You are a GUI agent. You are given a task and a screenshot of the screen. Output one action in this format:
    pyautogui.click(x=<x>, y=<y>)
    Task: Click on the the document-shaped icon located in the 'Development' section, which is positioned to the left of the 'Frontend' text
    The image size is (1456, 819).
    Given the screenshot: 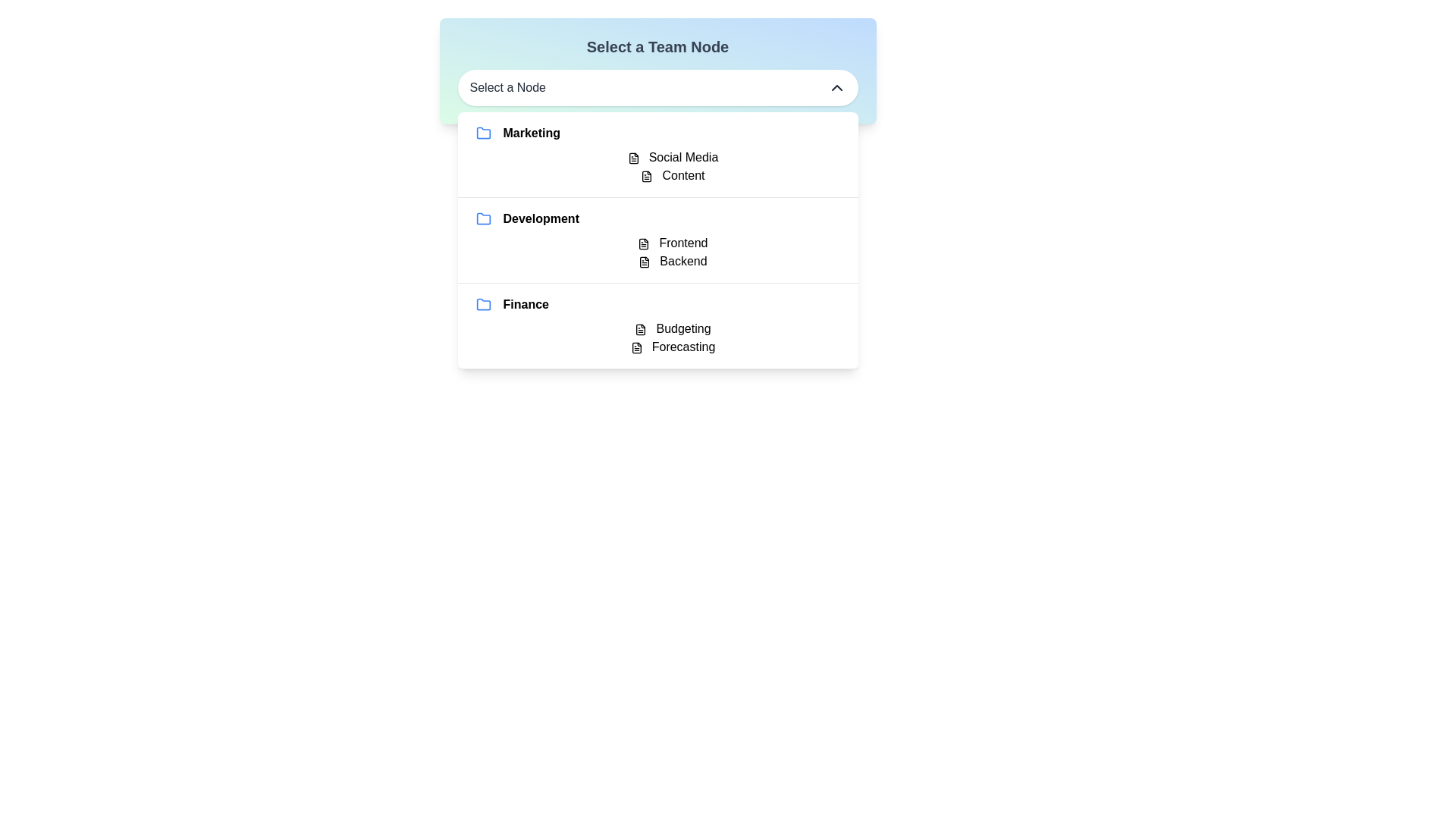 What is the action you would take?
    pyautogui.click(x=644, y=243)
    